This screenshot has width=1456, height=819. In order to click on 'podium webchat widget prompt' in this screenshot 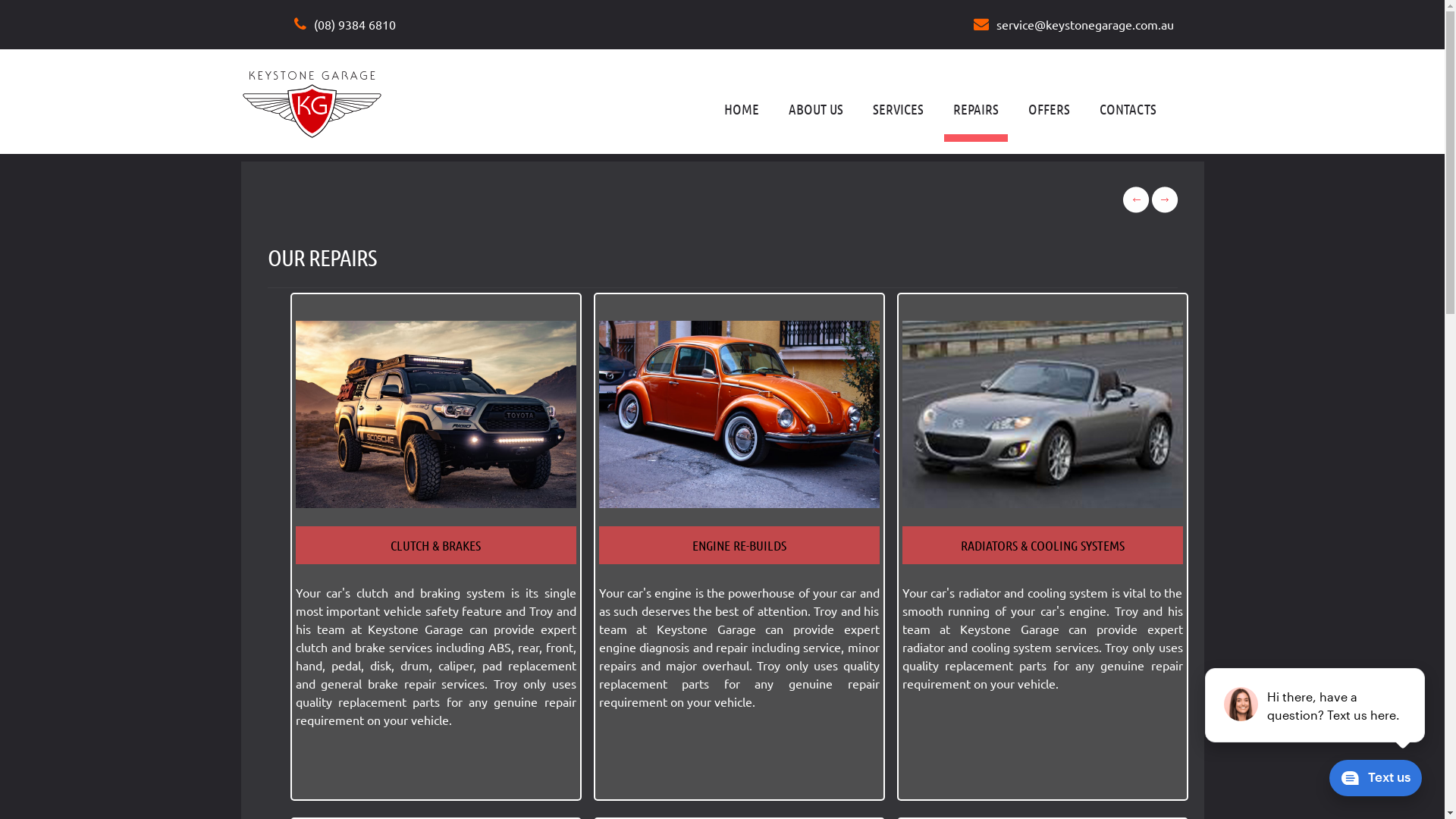, I will do `click(1314, 704)`.